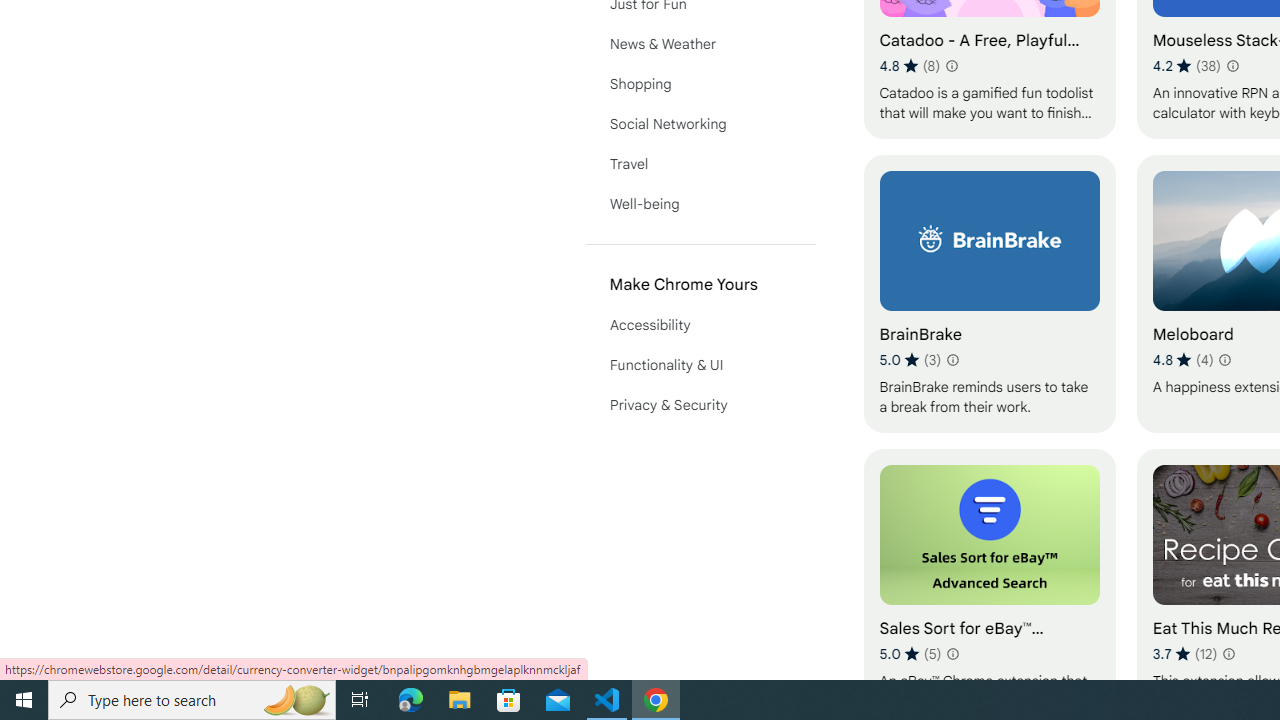  I want to click on 'News & Weather', so click(700, 43).